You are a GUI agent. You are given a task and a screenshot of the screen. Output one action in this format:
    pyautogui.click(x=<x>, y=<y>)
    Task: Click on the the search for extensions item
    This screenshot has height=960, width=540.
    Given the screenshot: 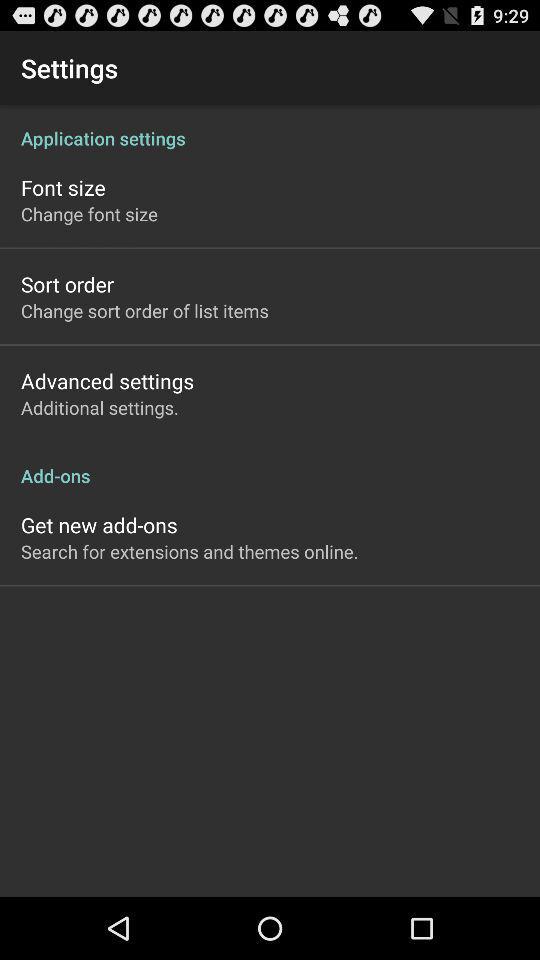 What is the action you would take?
    pyautogui.click(x=189, y=551)
    